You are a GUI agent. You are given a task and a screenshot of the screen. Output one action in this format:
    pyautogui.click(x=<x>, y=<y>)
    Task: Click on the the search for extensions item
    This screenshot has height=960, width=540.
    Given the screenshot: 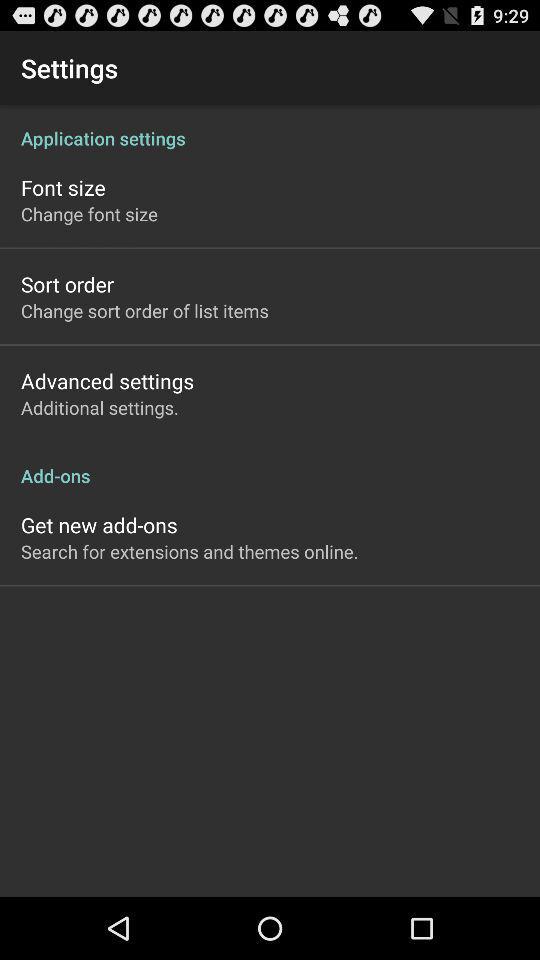 What is the action you would take?
    pyautogui.click(x=189, y=551)
    